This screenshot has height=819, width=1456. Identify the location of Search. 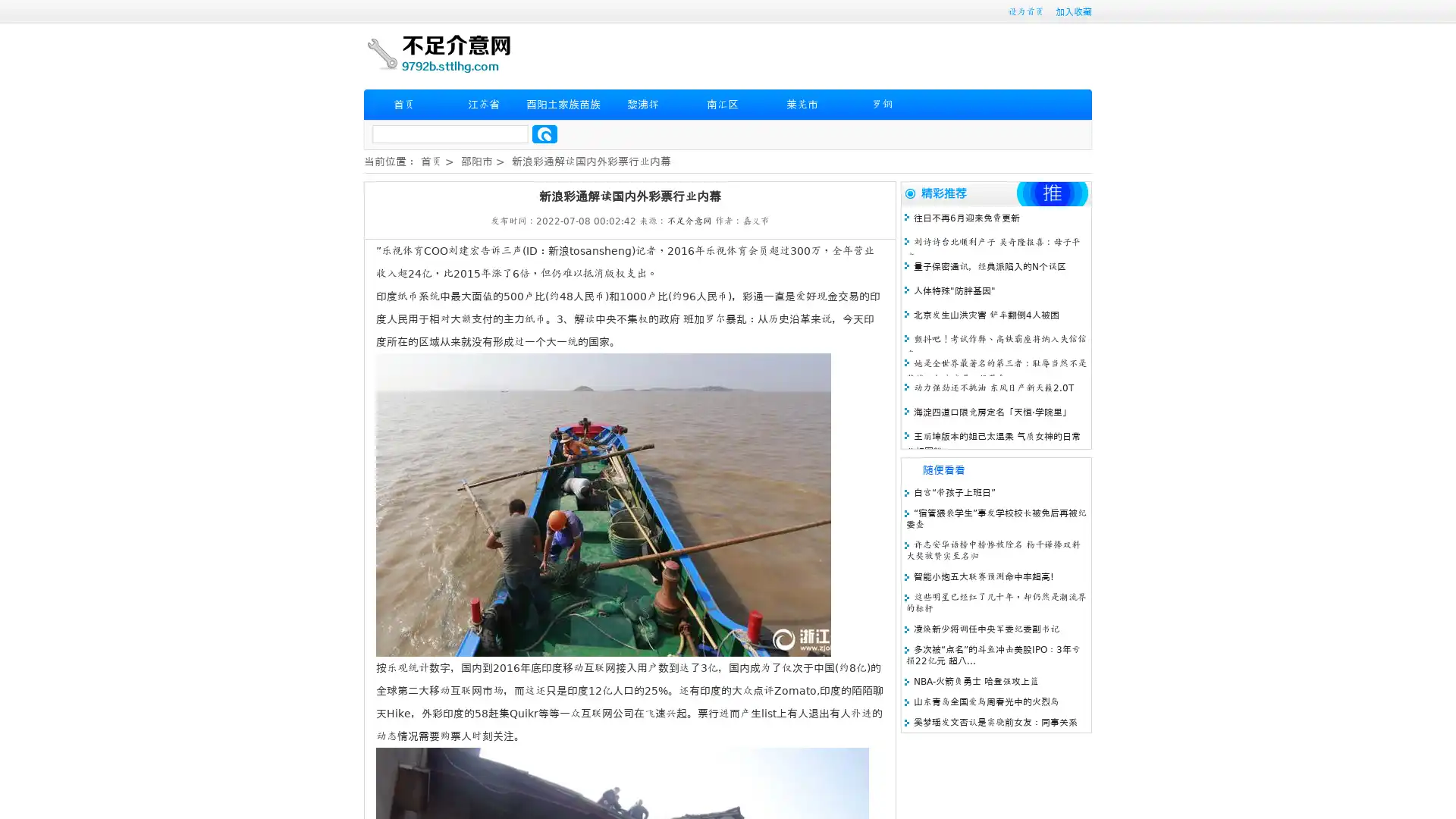
(544, 133).